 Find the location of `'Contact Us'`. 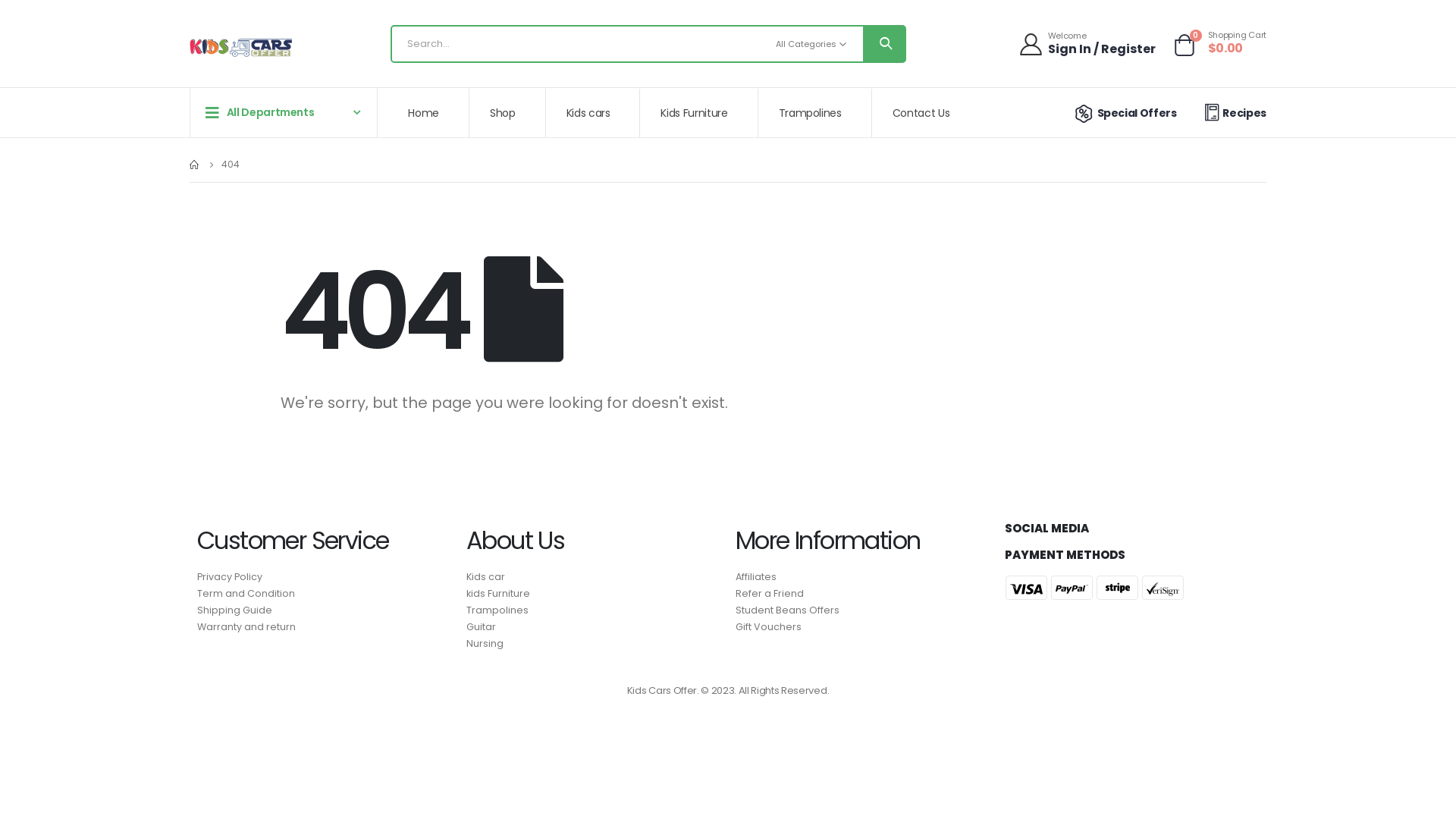

'Contact Us' is located at coordinates (873, 112).